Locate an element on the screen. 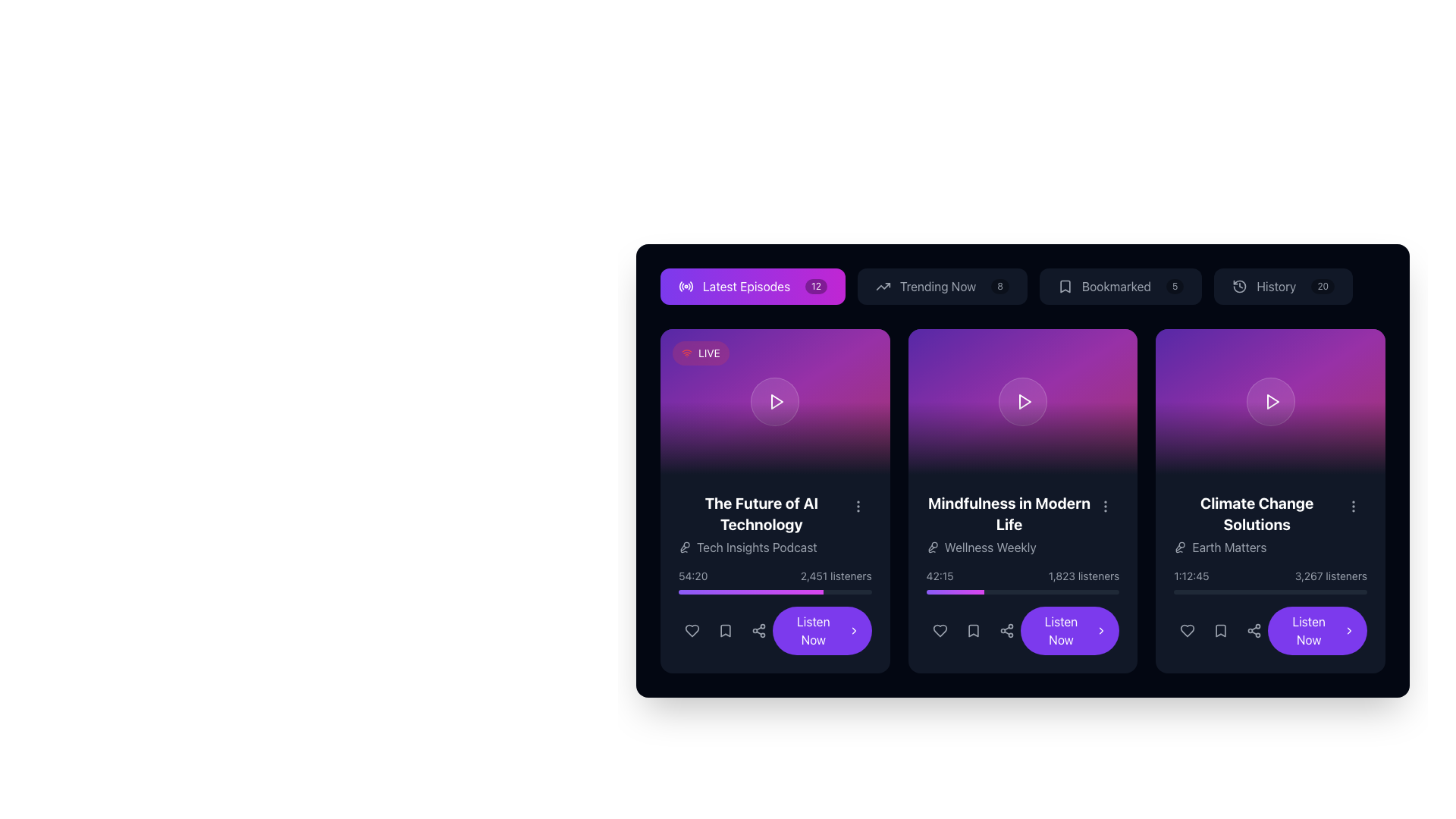  the bookmark button located in the second position of the row of interactive icons under the first card is located at coordinates (724, 631).